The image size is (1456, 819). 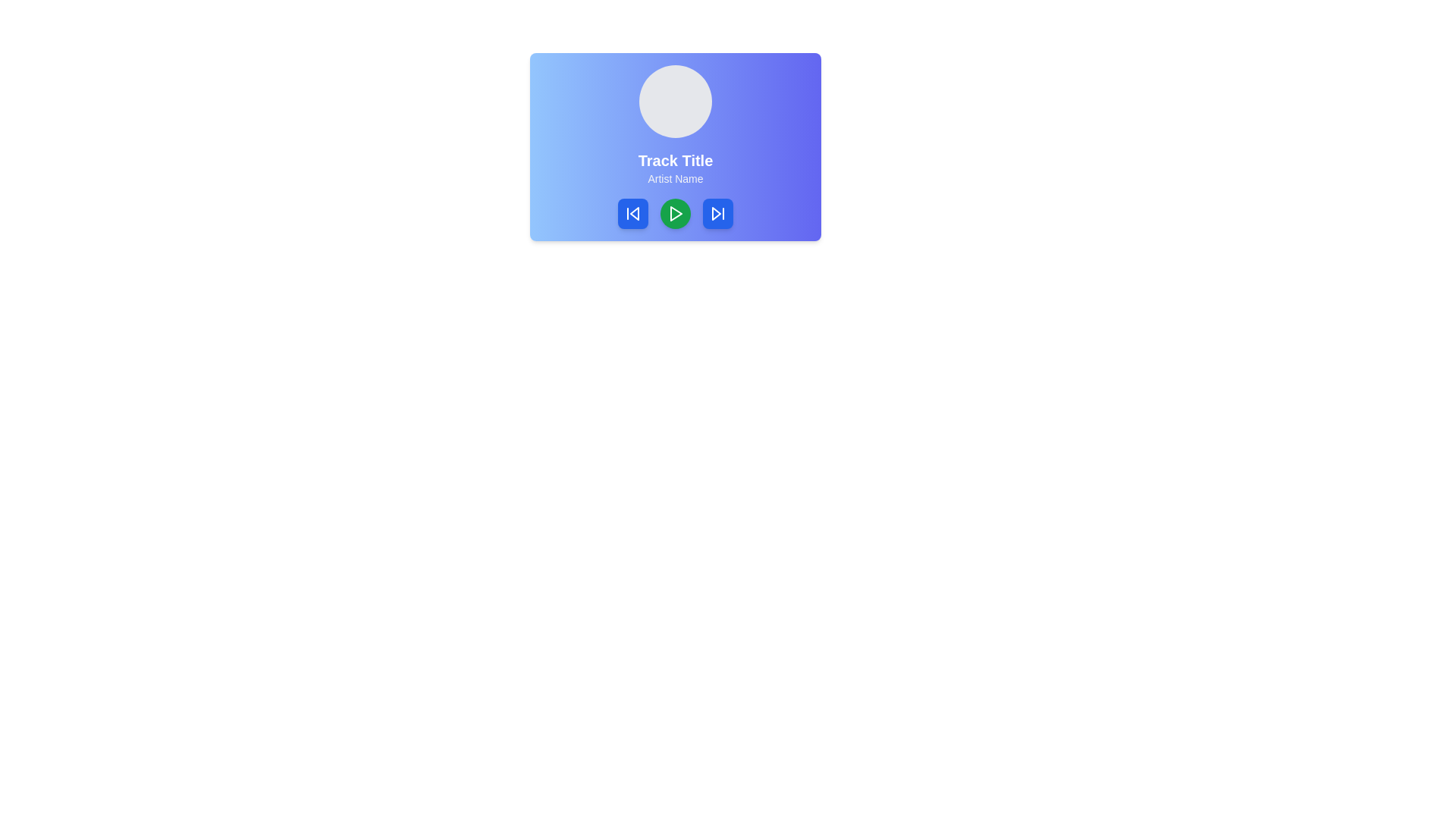 I want to click on the circular green button with a white play icon, located below the text 'Track Title' and 'Artist Name', centered horizontally among three buttons, so click(x=675, y=213).